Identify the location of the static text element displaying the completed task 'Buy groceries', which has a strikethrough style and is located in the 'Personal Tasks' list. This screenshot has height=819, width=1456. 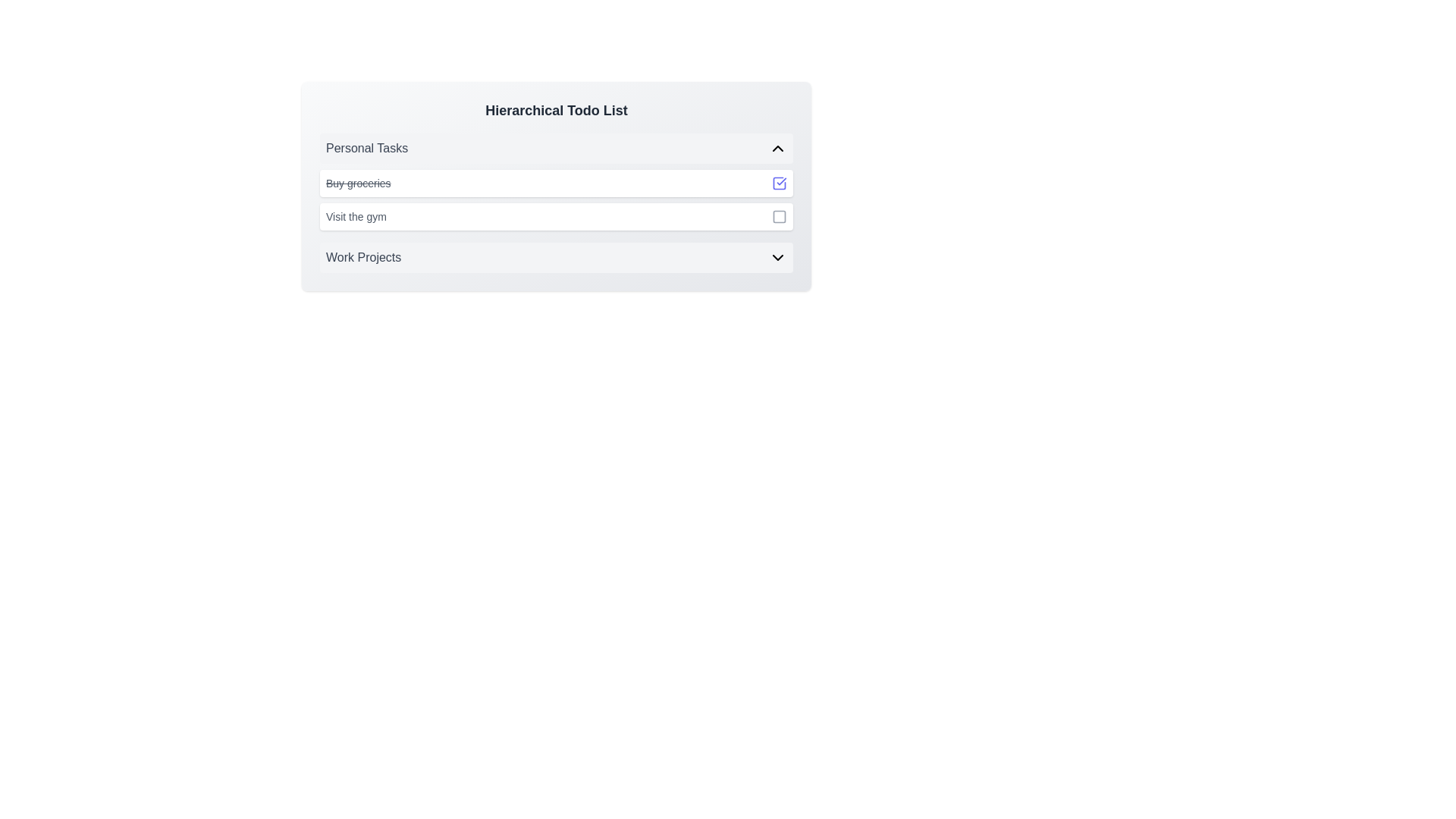
(357, 183).